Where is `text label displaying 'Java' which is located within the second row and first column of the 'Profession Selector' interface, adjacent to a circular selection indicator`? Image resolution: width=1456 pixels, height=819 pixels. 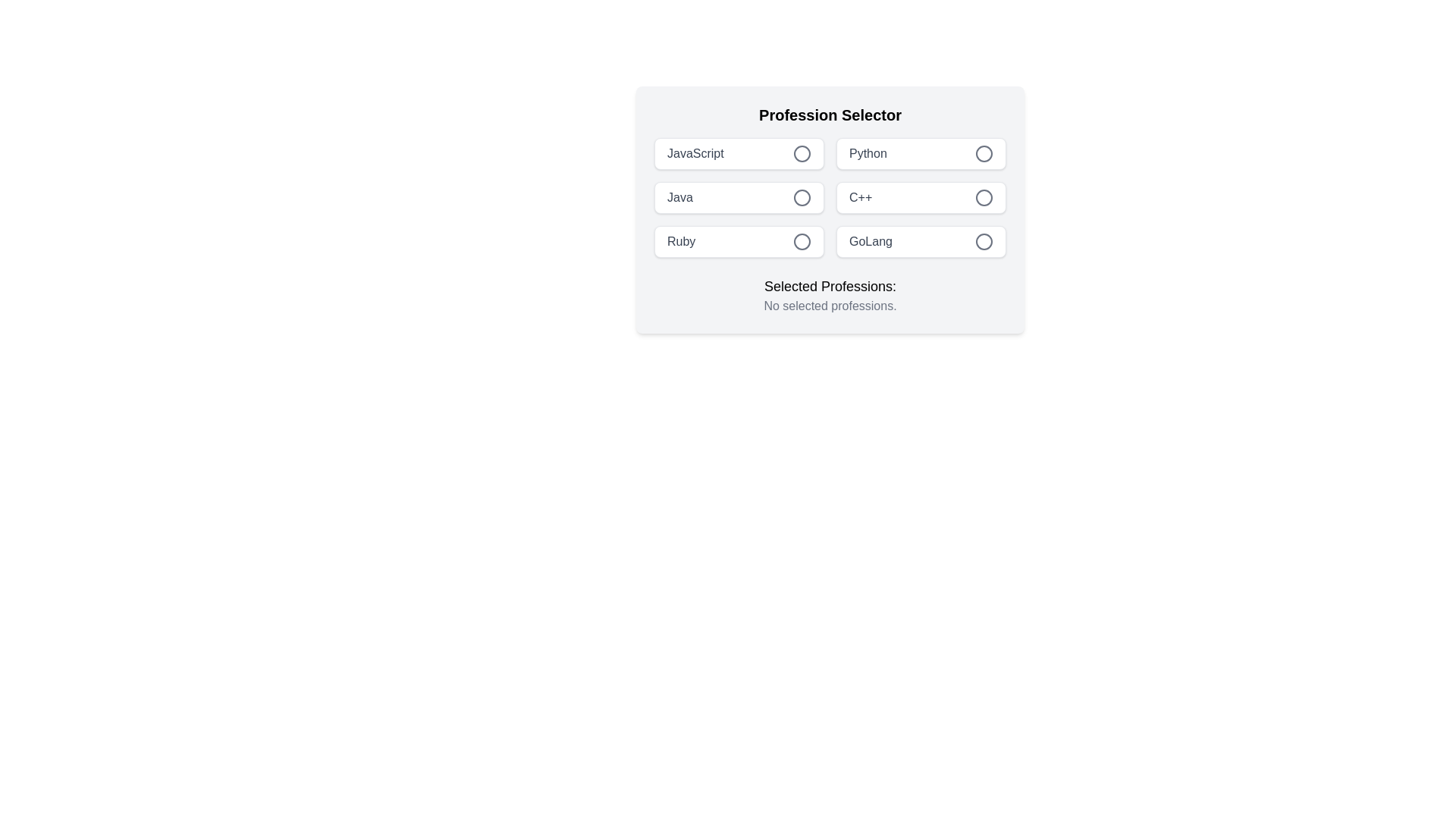
text label displaying 'Java' which is located within the second row and first column of the 'Profession Selector' interface, adjacent to a circular selection indicator is located at coordinates (679, 197).